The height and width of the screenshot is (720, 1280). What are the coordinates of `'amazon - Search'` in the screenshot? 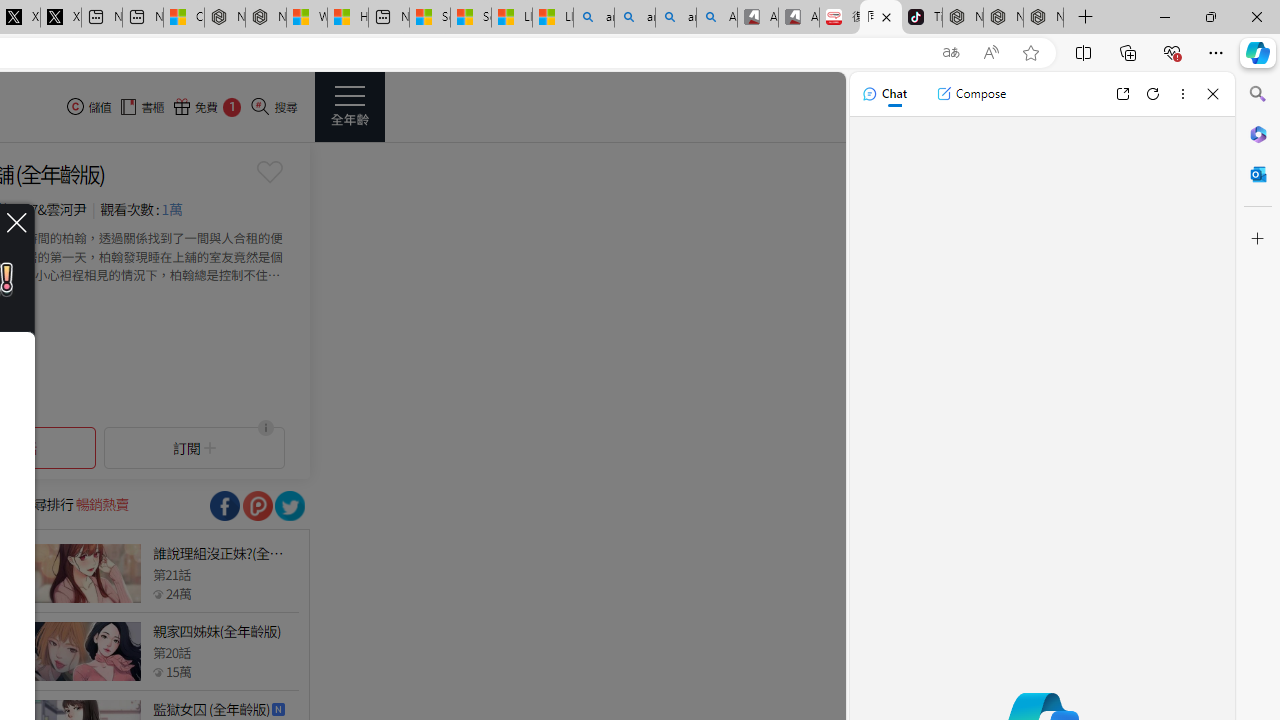 It's located at (633, 17).